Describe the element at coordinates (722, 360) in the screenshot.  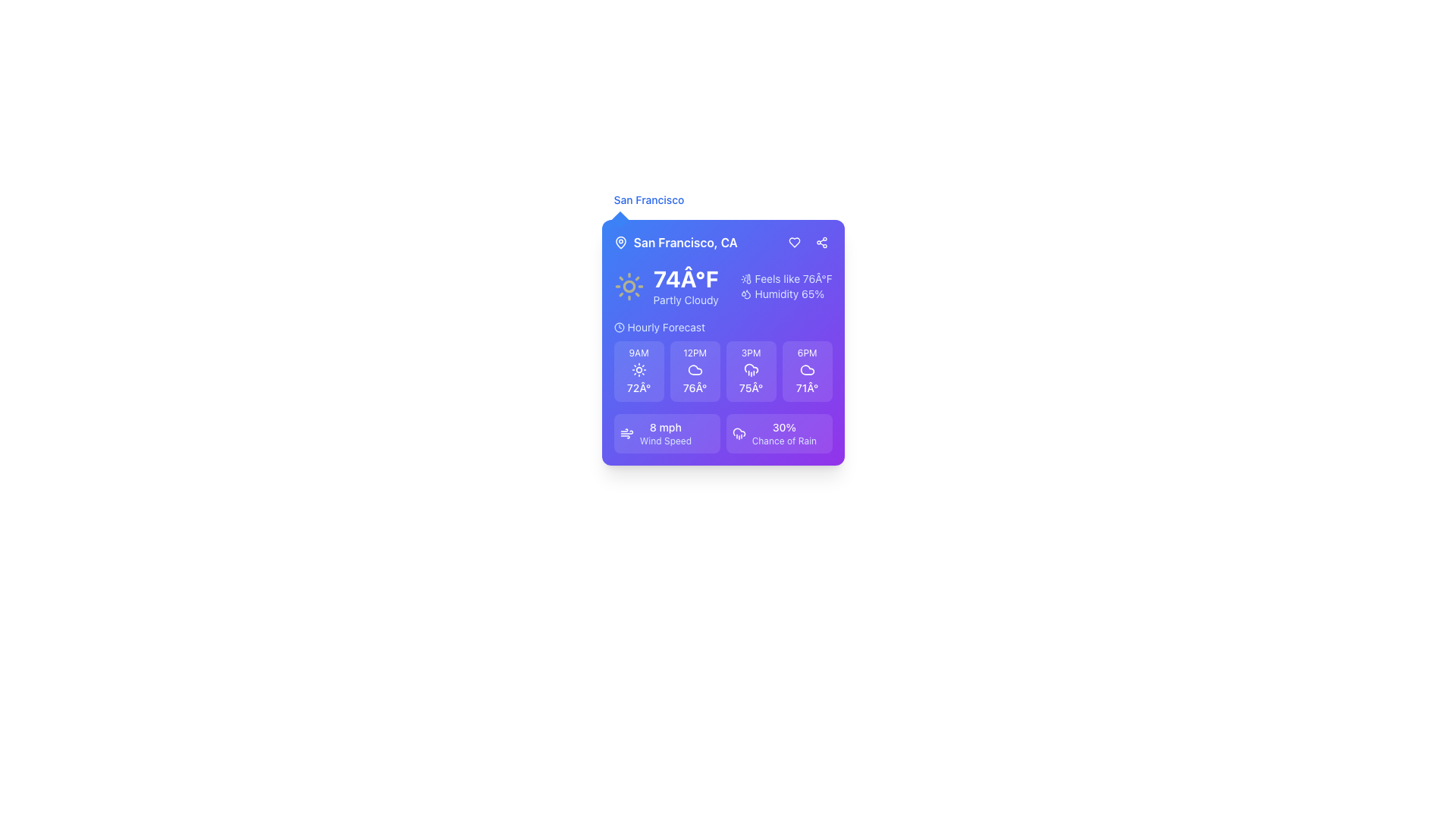
I see `the displayed data for the weather forecast in the central Grid/Panel located below the 'Hourly Forecast' title` at that location.